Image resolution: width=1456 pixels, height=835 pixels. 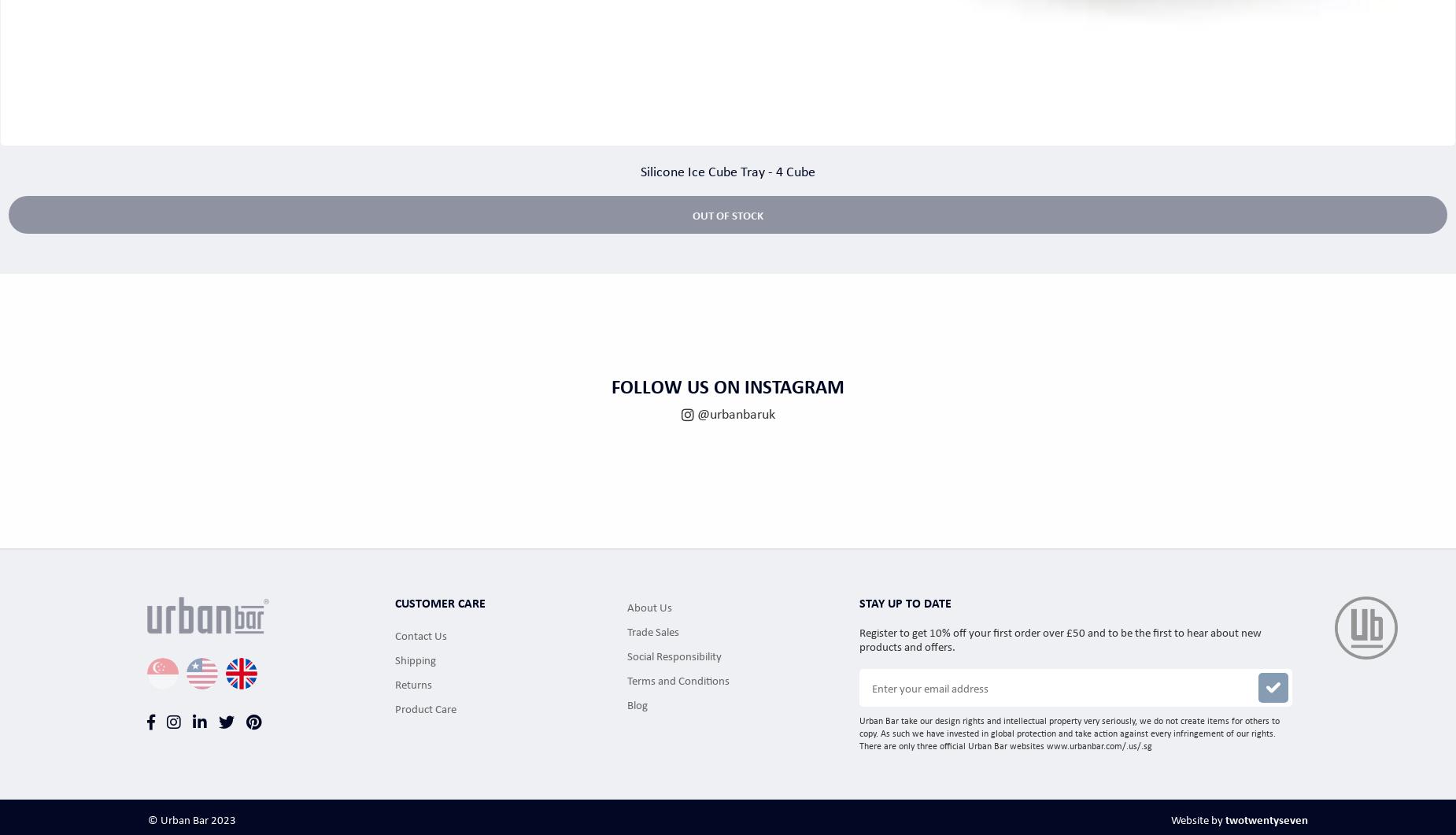 I want to click on 'Trade Sales', so click(x=626, y=630).